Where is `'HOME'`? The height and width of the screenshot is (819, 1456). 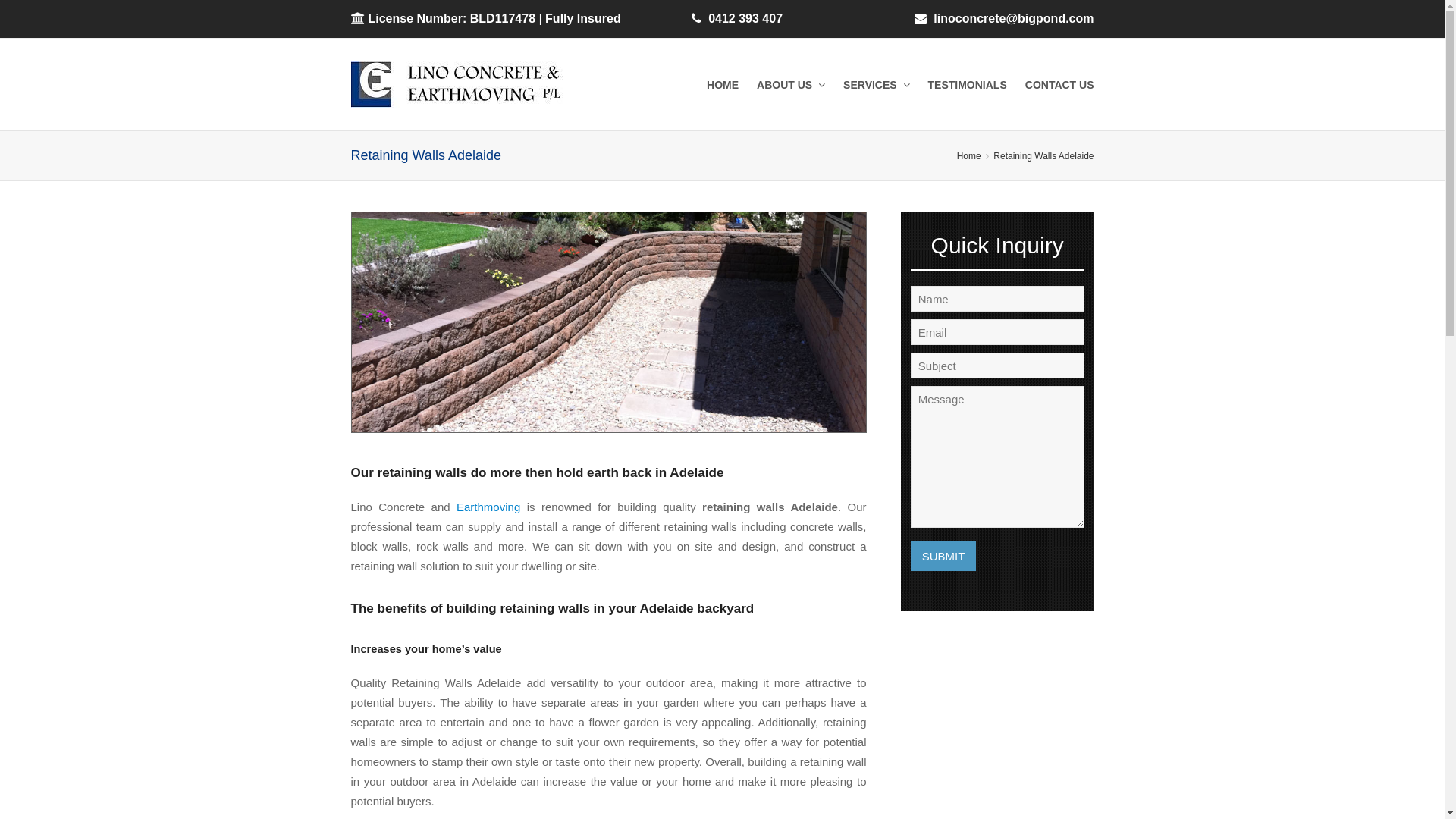
'HOME' is located at coordinates (722, 84).